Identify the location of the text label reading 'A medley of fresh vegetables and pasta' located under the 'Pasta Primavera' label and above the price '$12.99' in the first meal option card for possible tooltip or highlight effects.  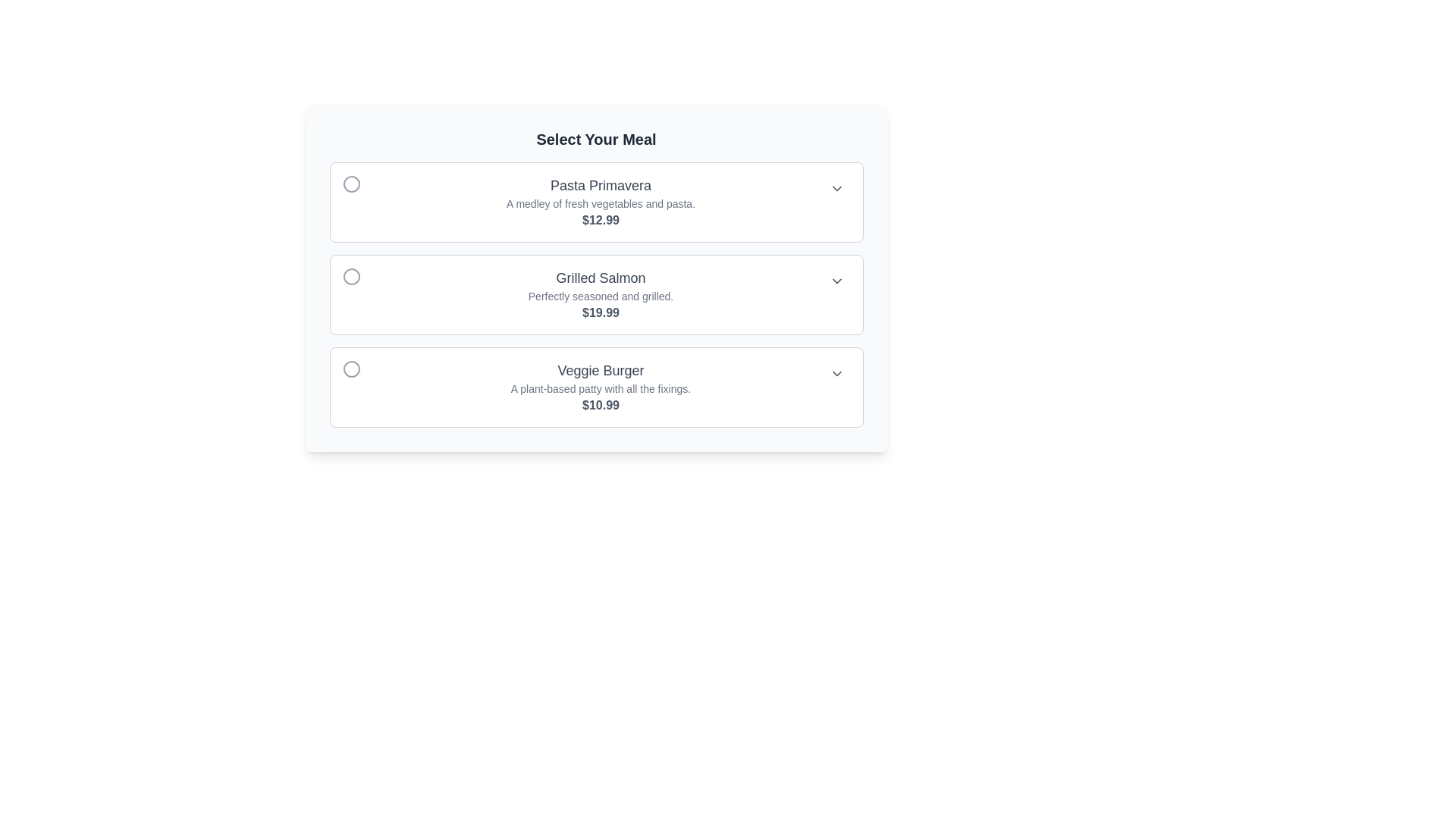
(600, 203).